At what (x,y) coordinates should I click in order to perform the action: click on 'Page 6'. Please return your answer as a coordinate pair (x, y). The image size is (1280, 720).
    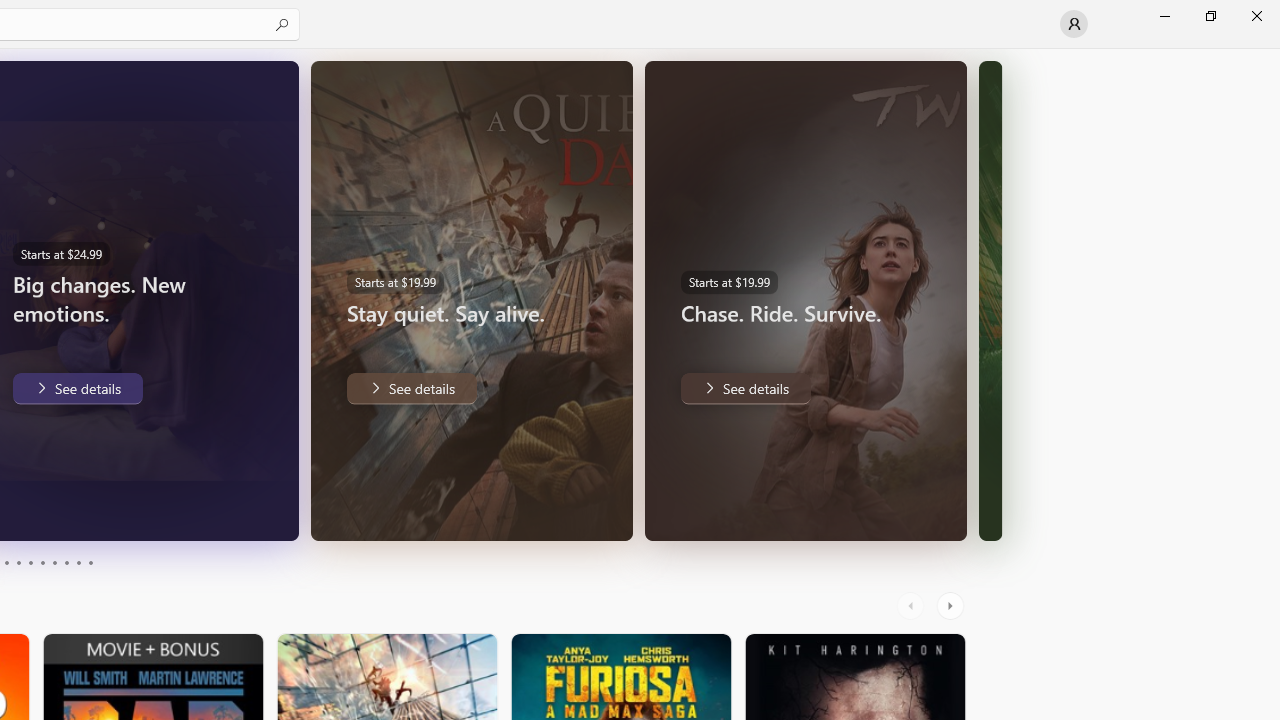
    Looking at the image, I should click on (42, 563).